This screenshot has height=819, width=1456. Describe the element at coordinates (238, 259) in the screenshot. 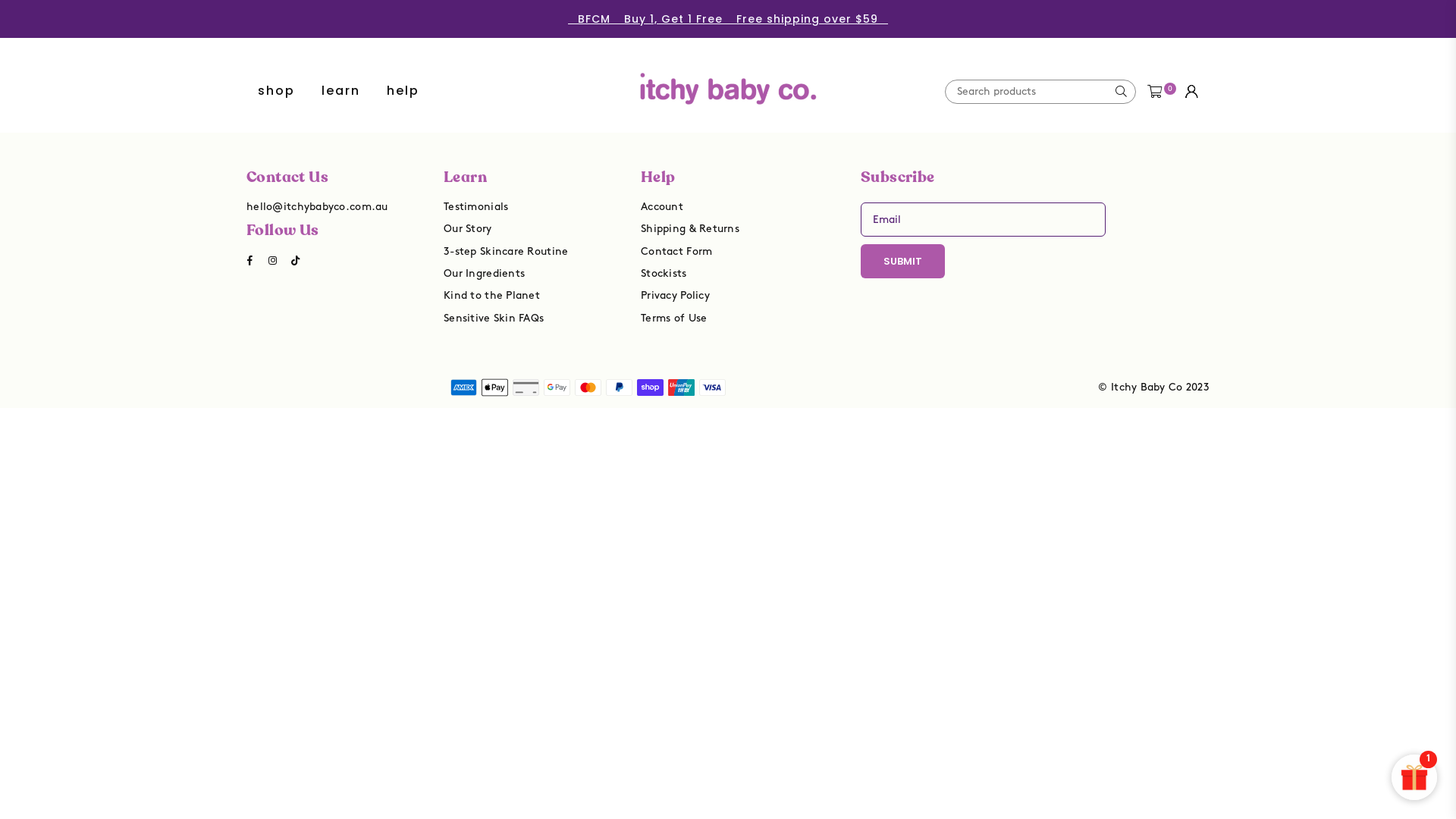

I see `'Facebook'` at that location.